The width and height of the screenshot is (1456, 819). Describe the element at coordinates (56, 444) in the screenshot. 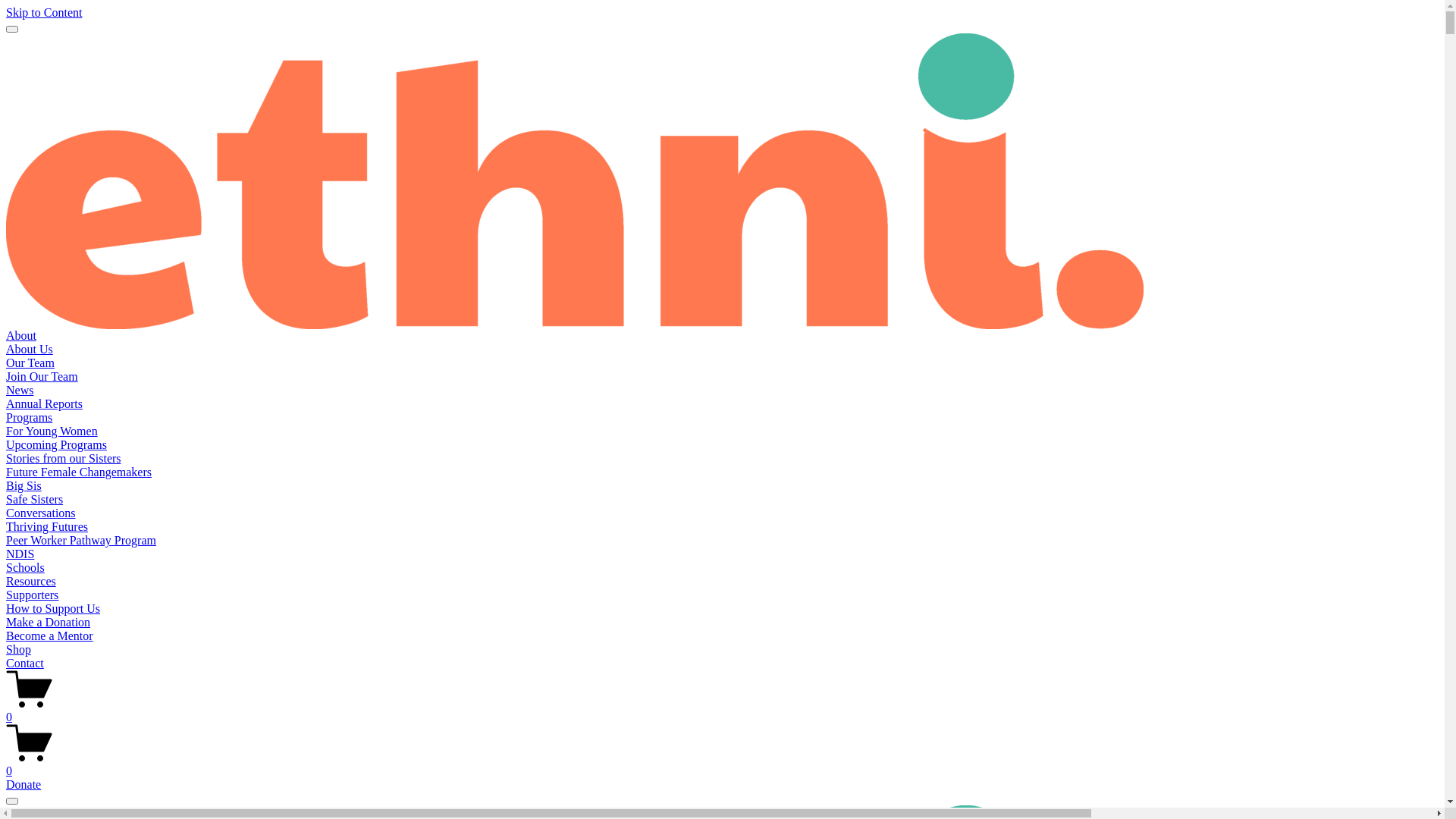

I see `'Upcoming Programs'` at that location.